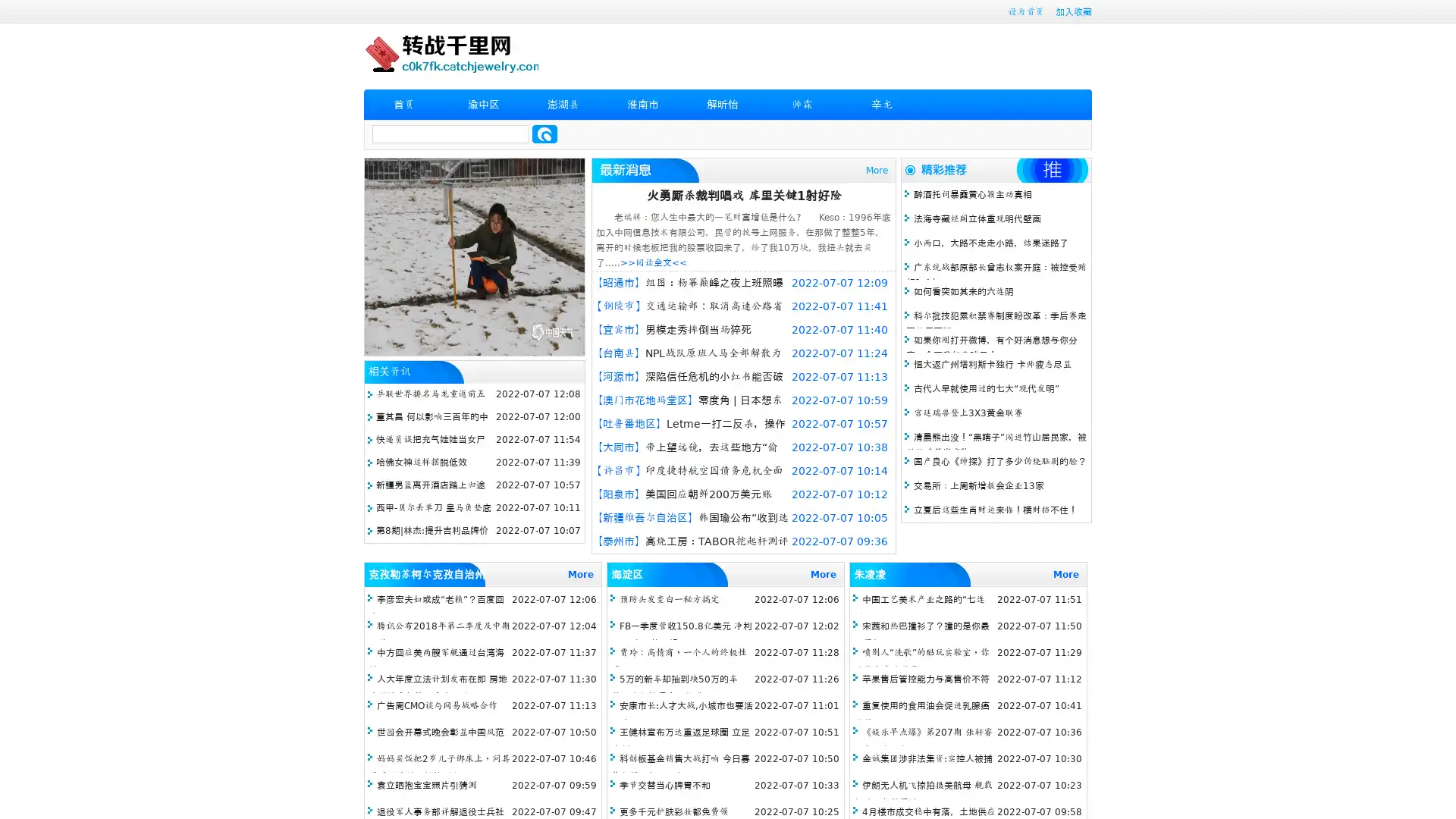 The height and width of the screenshot is (819, 1456). Describe the element at coordinates (544, 133) in the screenshot. I see `Search` at that location.